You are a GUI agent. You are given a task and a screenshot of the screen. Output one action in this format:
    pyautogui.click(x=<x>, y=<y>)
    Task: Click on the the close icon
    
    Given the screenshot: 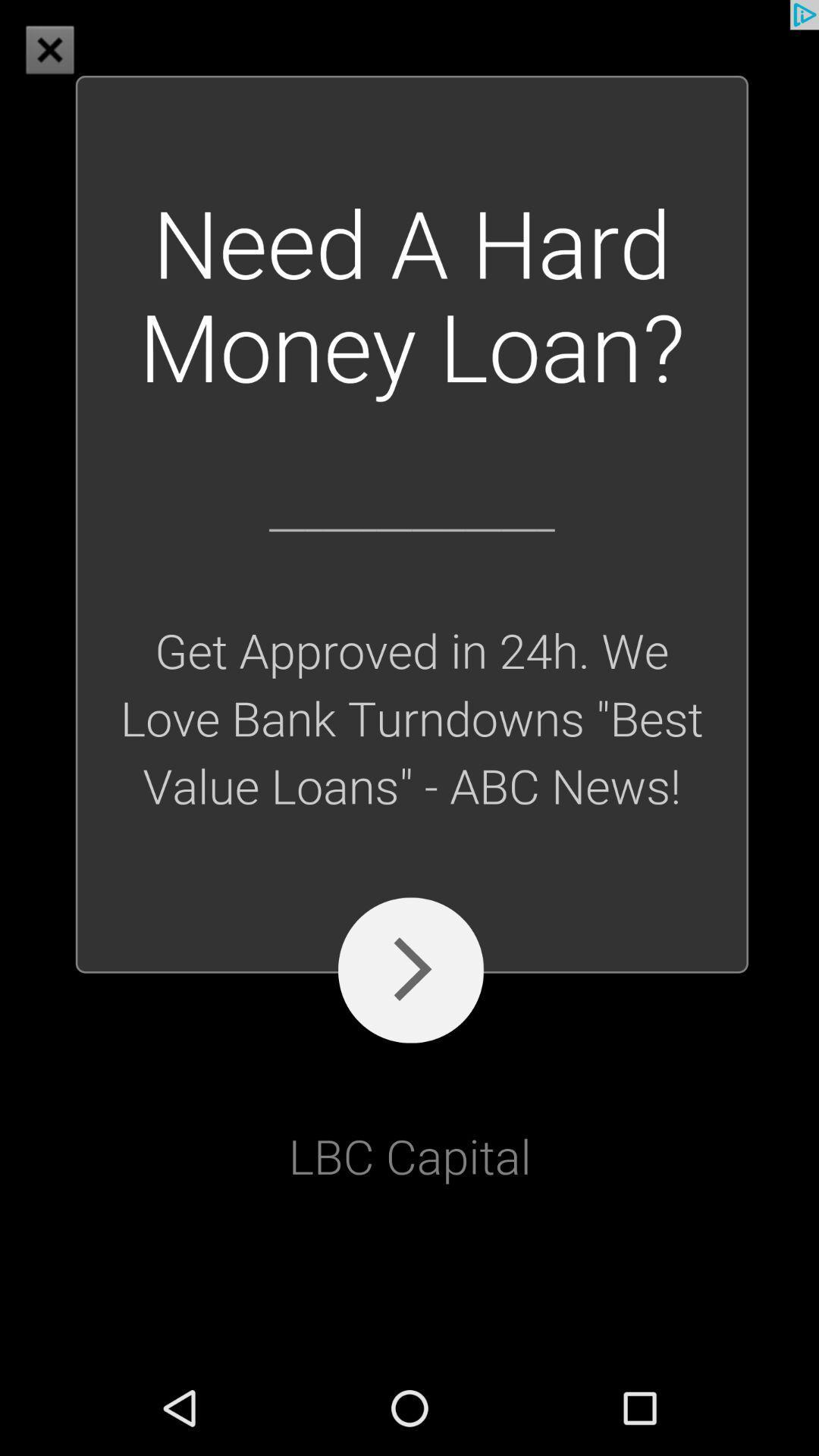 What is the action you would take?
    pyautogui.click(x=49, y=53)
    